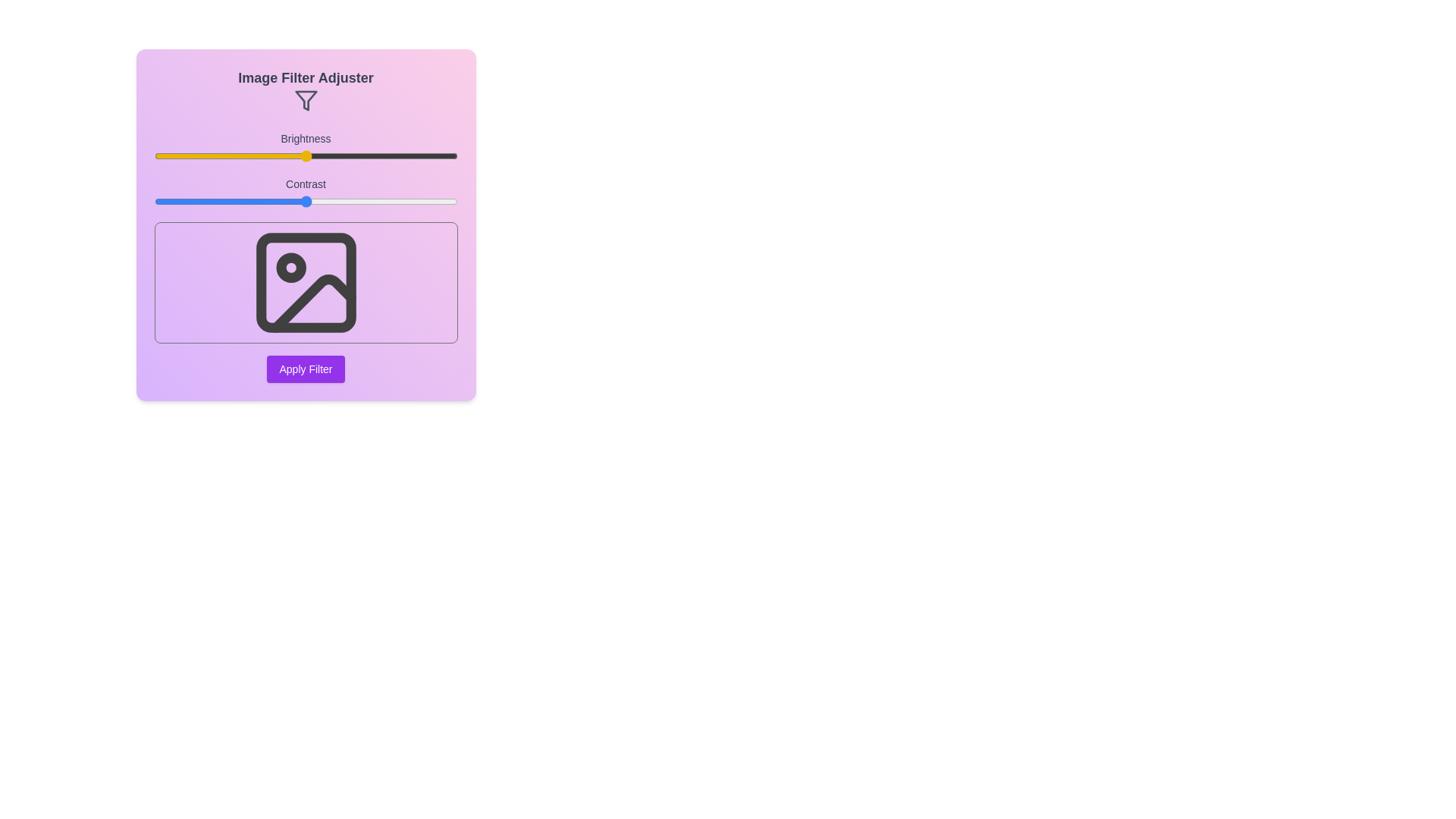 This screenshot has height=819, width=1456. Describe the element at coordinates (403, 201) in the screenshot. I see `the contrast slider to 82%` at that location.